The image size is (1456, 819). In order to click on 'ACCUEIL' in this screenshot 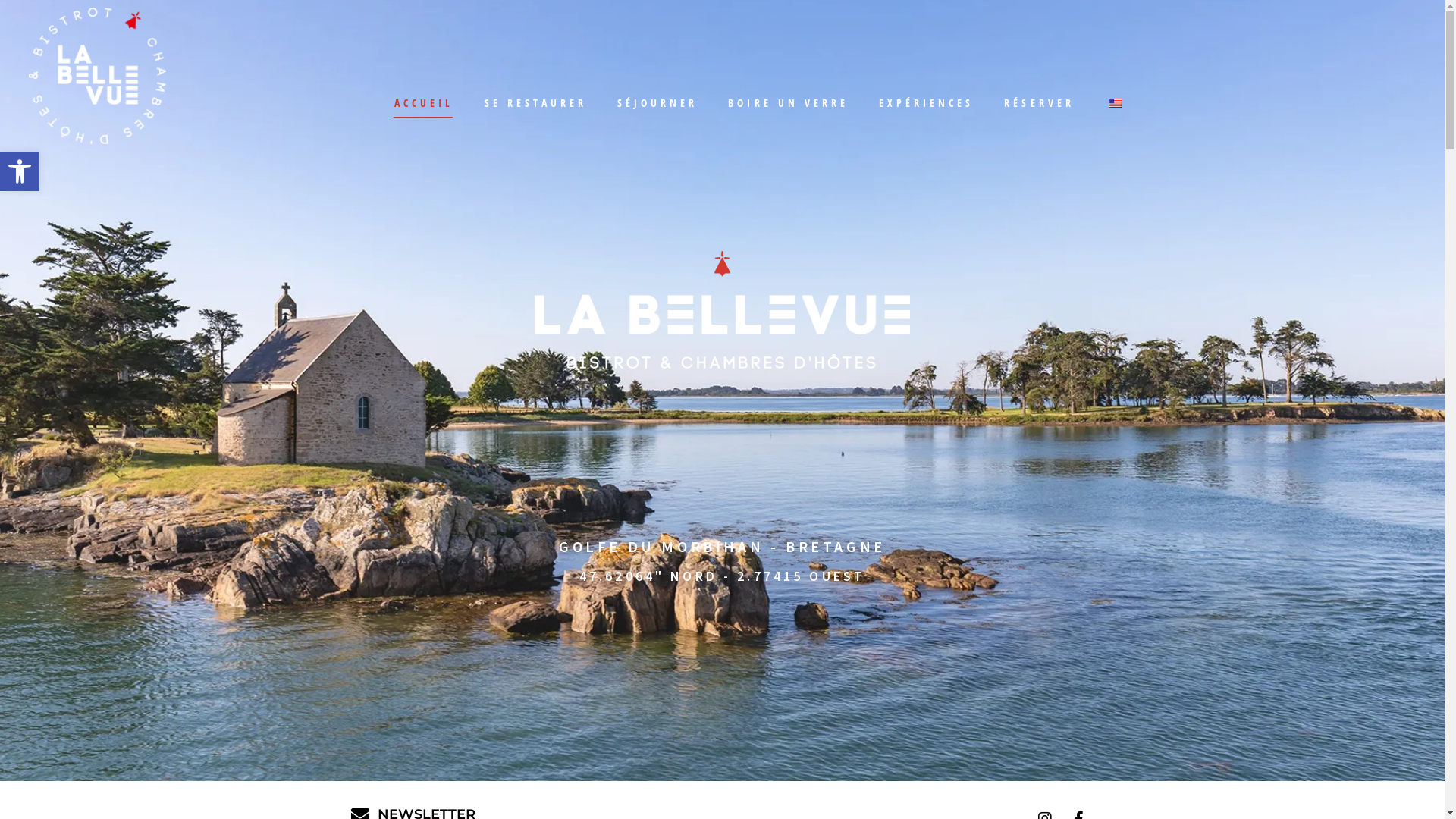, I will do `click(378, 102)`.